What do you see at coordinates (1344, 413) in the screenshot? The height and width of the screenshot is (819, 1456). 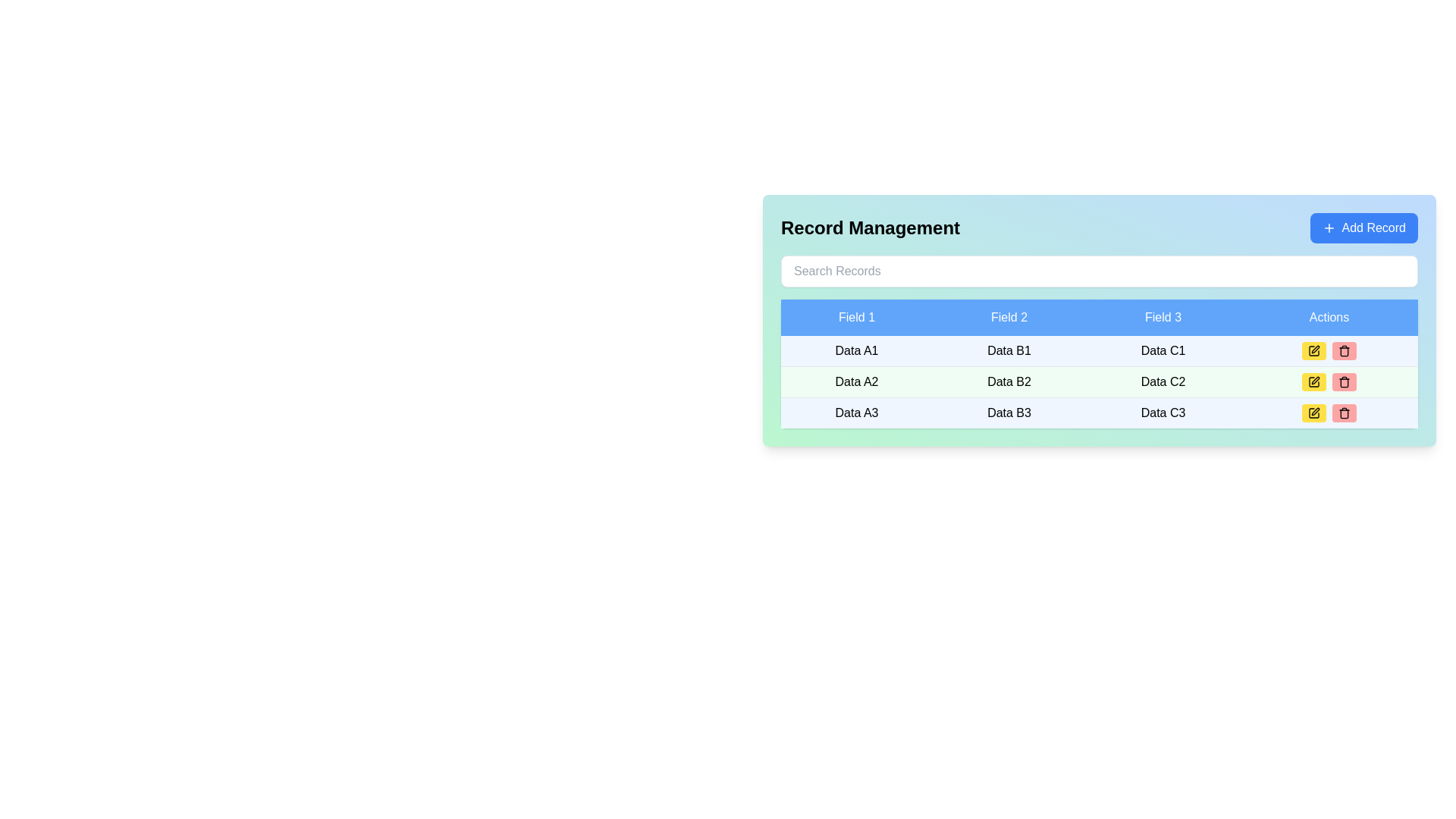 I see `the delete button, which is the third button in the 'Actions' column of the last row in the 'Record Management' table, to observe any visual changes` at bounding box center [1344, 413].